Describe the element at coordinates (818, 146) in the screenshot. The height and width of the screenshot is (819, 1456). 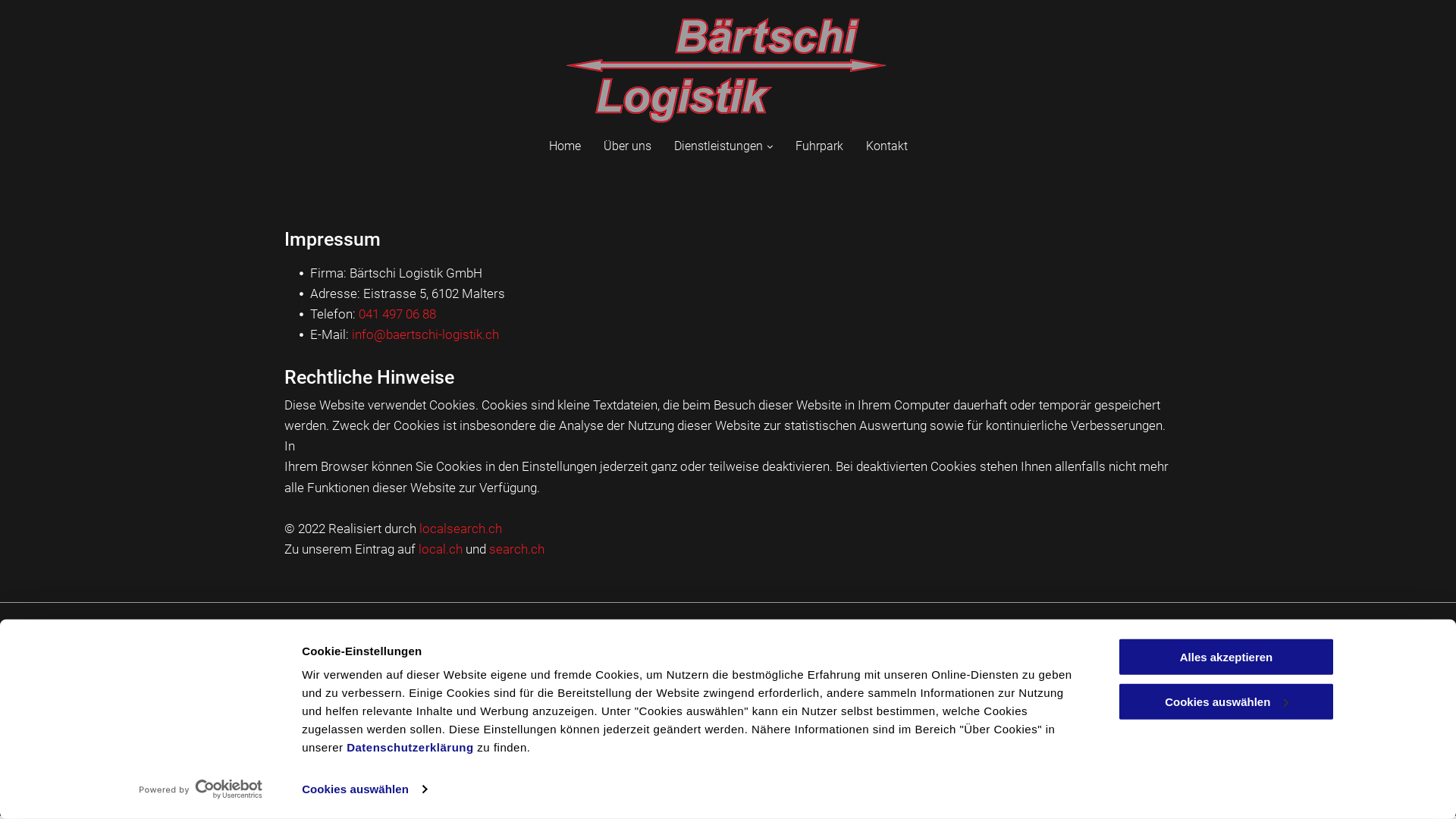
I see `'Fuhrpark'` at that location.